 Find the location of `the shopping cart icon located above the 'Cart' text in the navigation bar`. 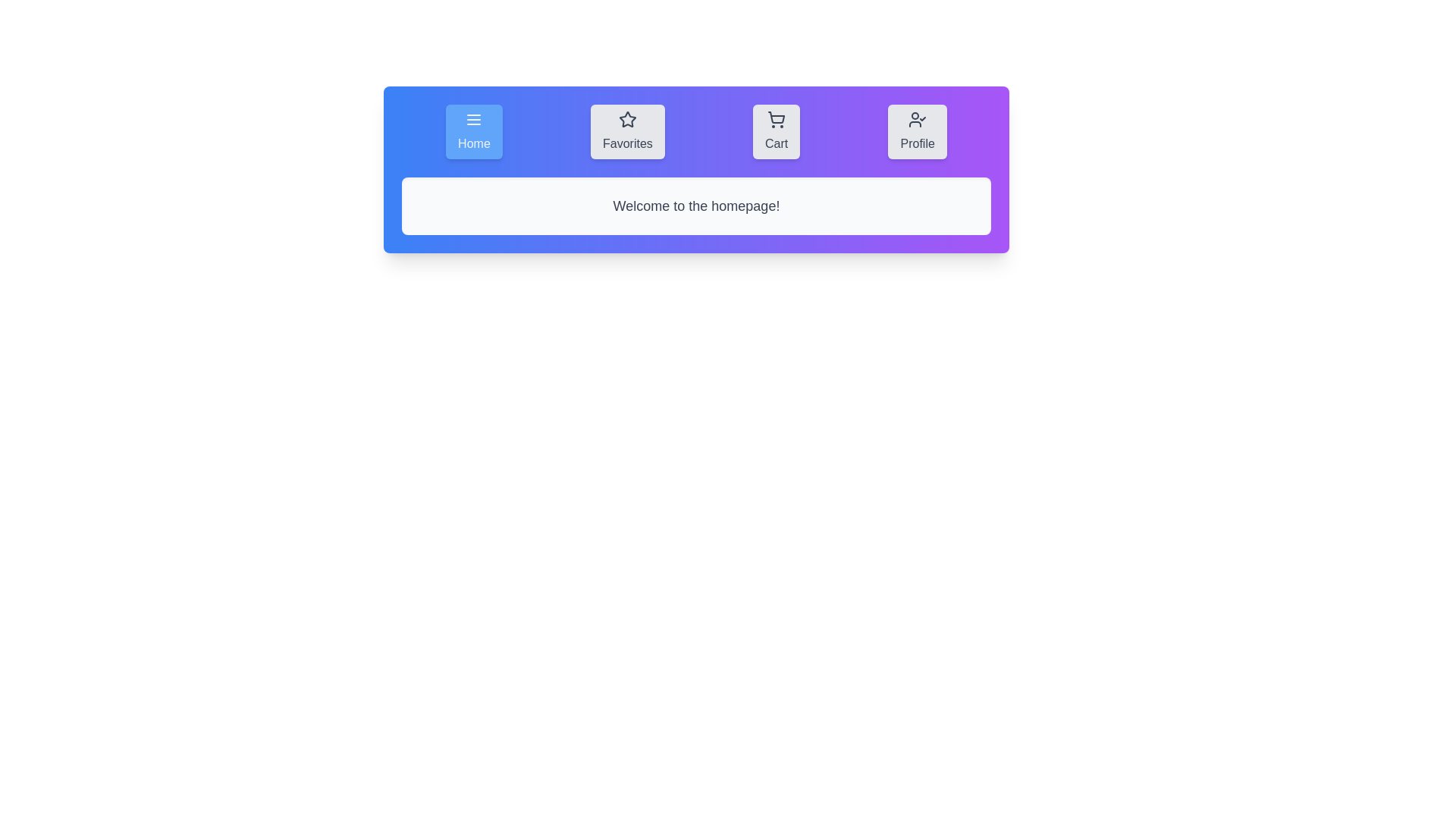

the shopping cart icon located above the 'Cart' text in the navigation bar is located at coordinates (777, 119).